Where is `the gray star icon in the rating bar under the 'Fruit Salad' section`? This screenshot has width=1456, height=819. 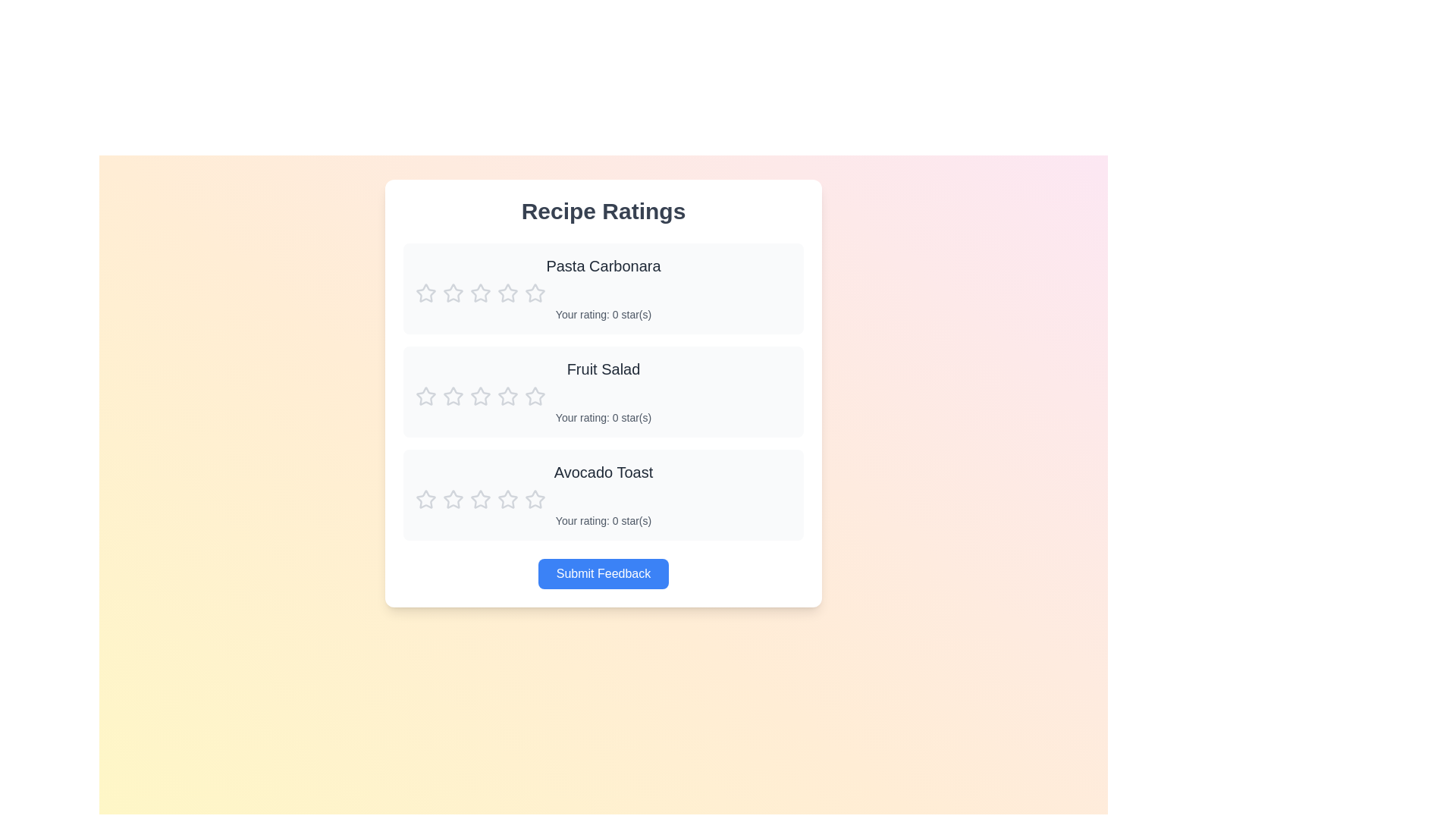 the gray star icon in the rating bar under the 'Fruit Salad' section is located at coordinates (535, 396).